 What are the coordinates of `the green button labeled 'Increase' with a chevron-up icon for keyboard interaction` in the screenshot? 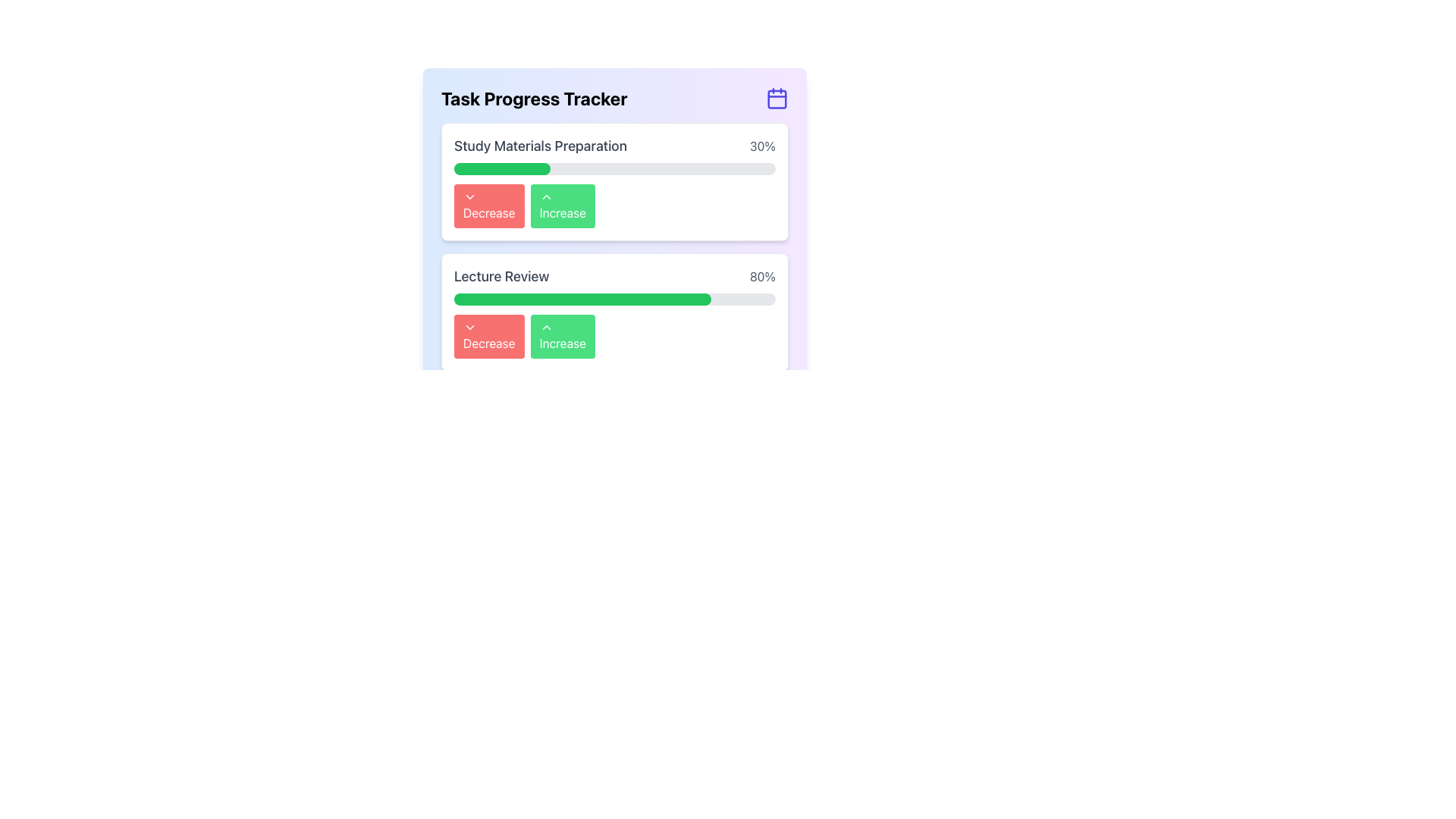 It's located at (562, 206).